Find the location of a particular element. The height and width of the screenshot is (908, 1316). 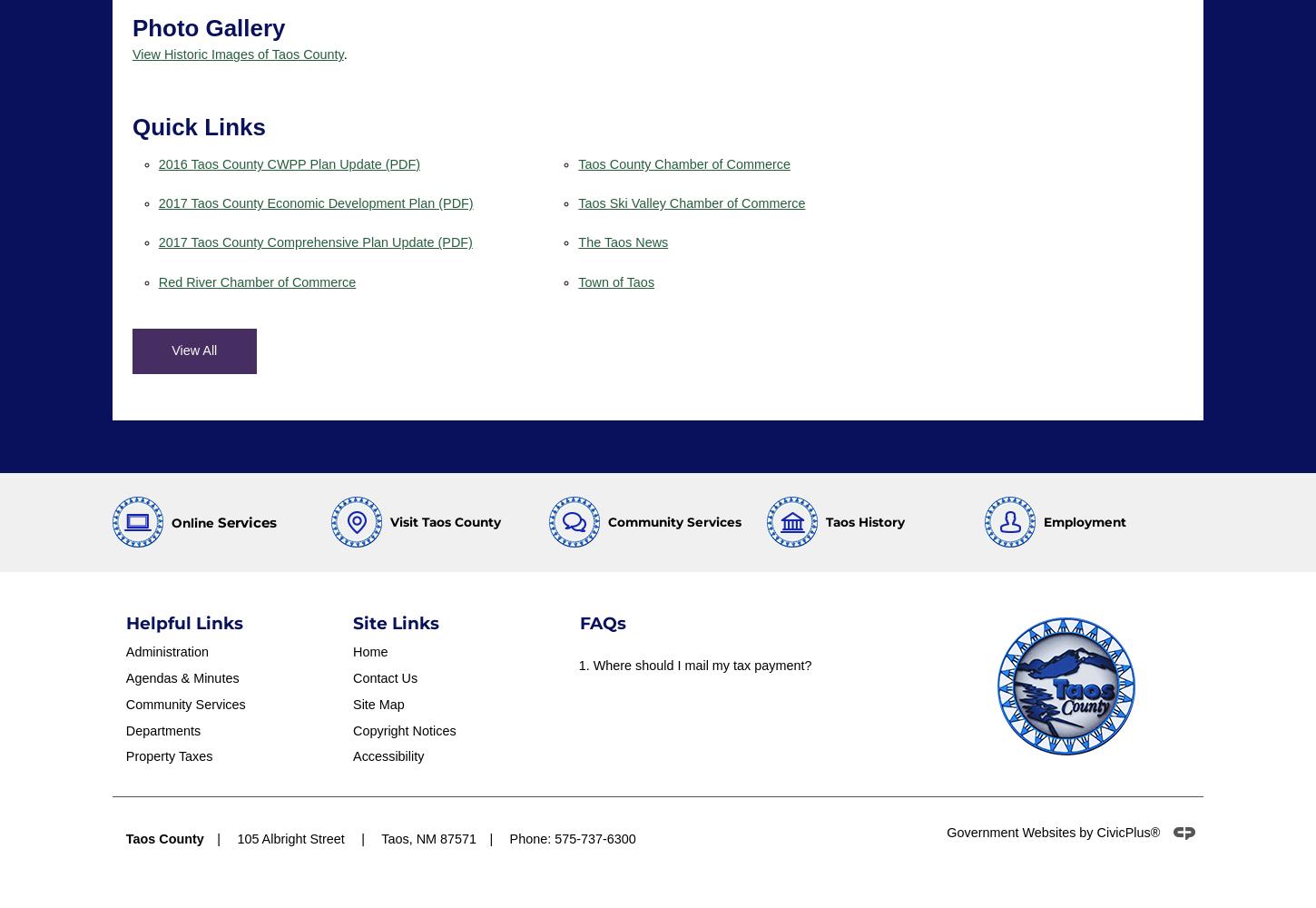

'Phone:' is located at coordinates (531, 838).